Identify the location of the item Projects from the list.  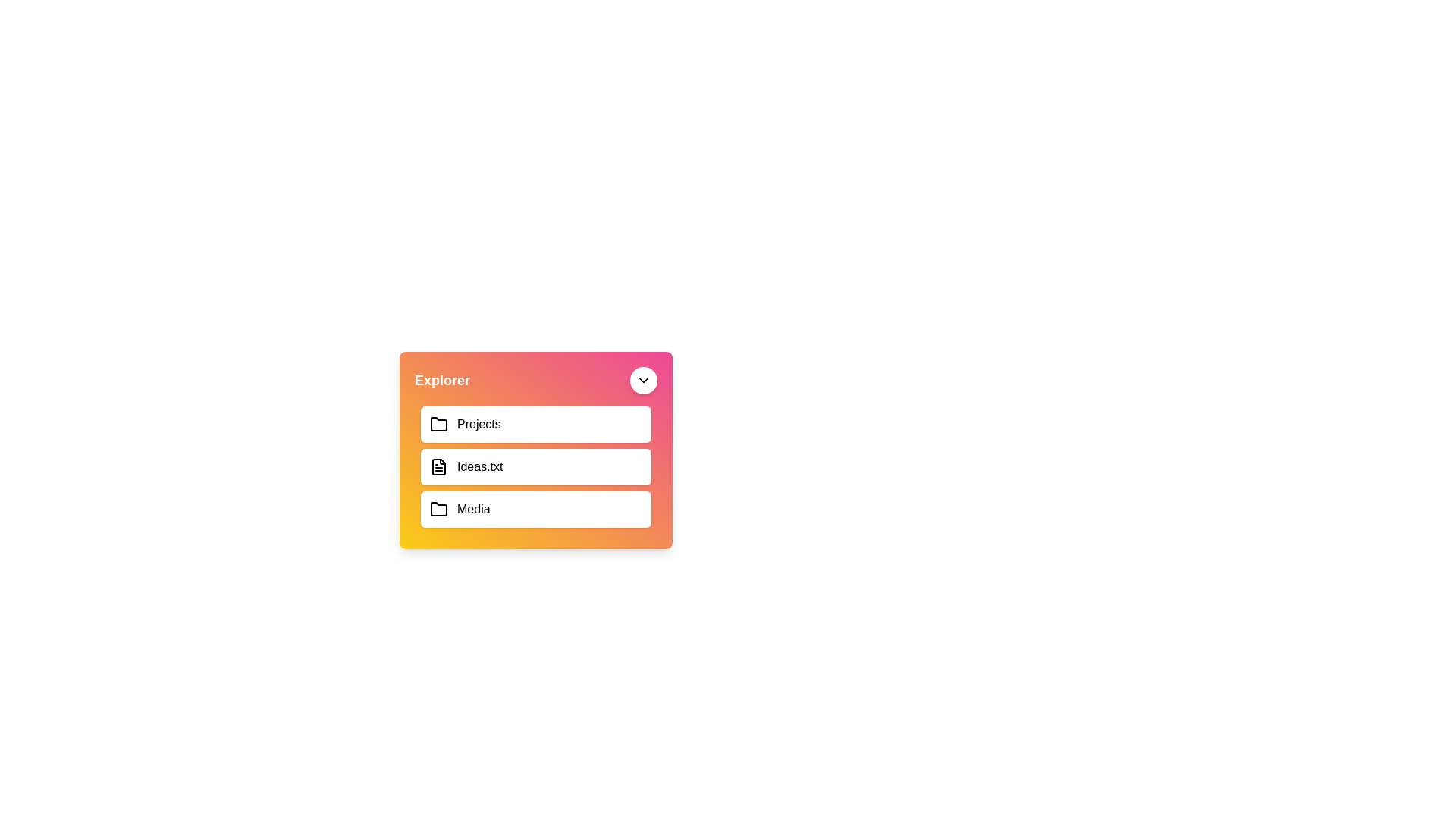
(535, 424).